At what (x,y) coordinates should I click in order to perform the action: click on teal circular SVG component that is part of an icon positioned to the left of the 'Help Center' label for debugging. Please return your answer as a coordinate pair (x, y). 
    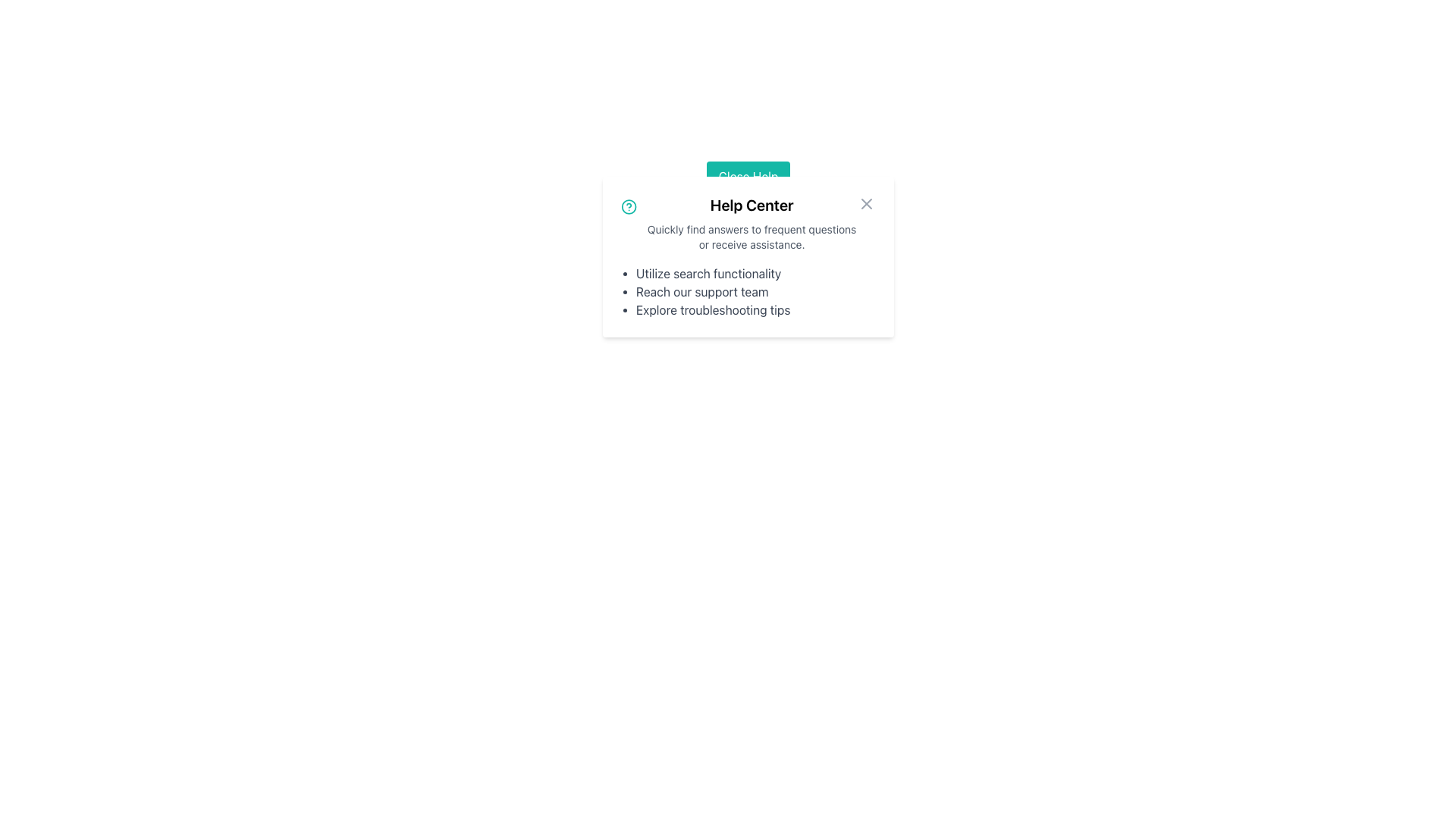
    Looking at the image, I should click on (629, 207).